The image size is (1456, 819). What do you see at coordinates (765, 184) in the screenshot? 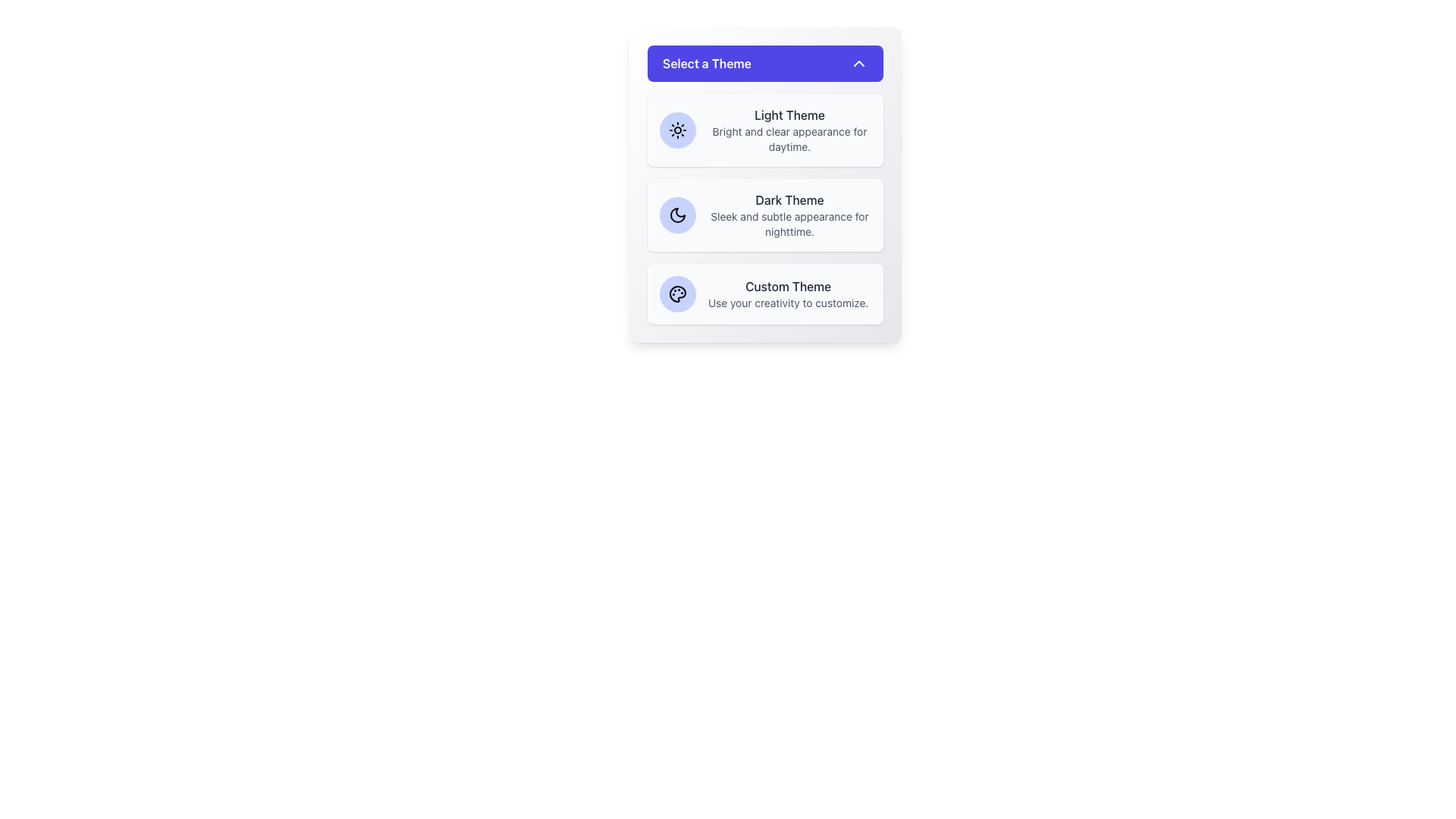
I see `the 'Dark Theme' clickable list item` at bounding box center [765, 184].